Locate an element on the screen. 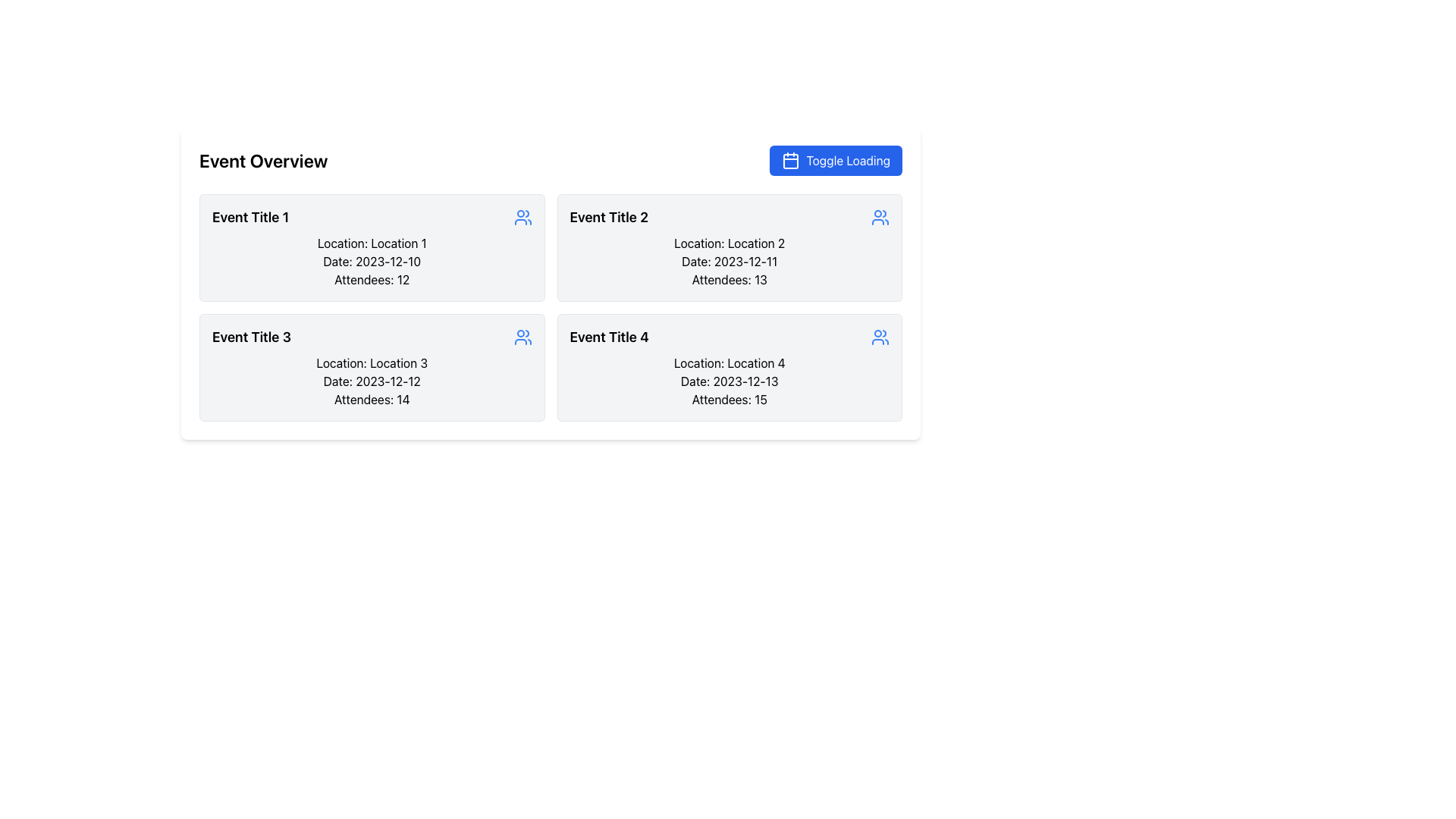  text from the Text Label indicating the specific date 'Date: 2023-12-13' located on the third line inside the card labeled 'Event Title 4' in the bottom-right corner of the grid layout is located at coordinates (730, 380).